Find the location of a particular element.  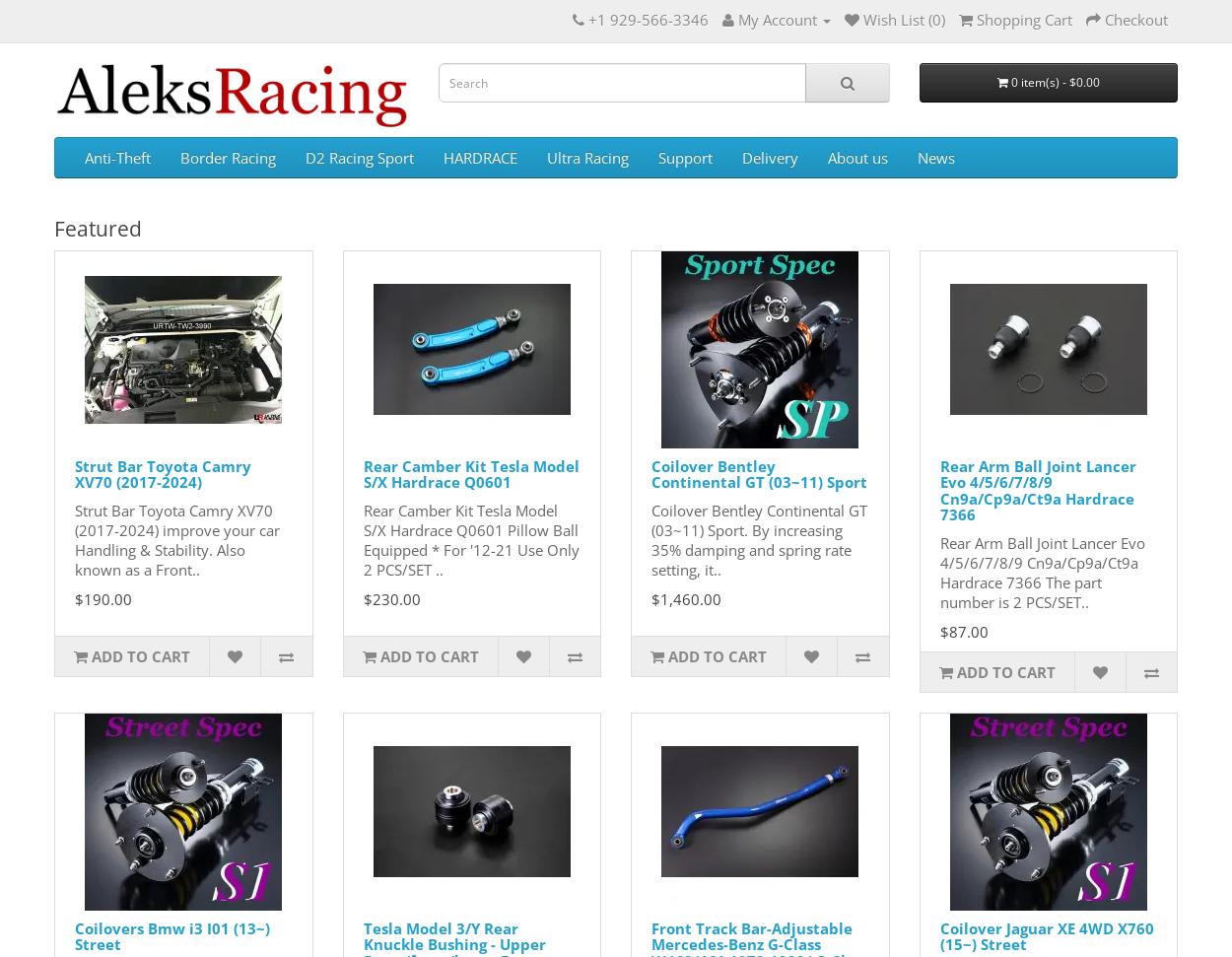

'Rear Camber Kit Tesla Model S/X Hardrace Q0601 Pillow Ball Equipped * For '12-21 Use Only 2 PCS/SET ..' is located at coordinates (469, 538).